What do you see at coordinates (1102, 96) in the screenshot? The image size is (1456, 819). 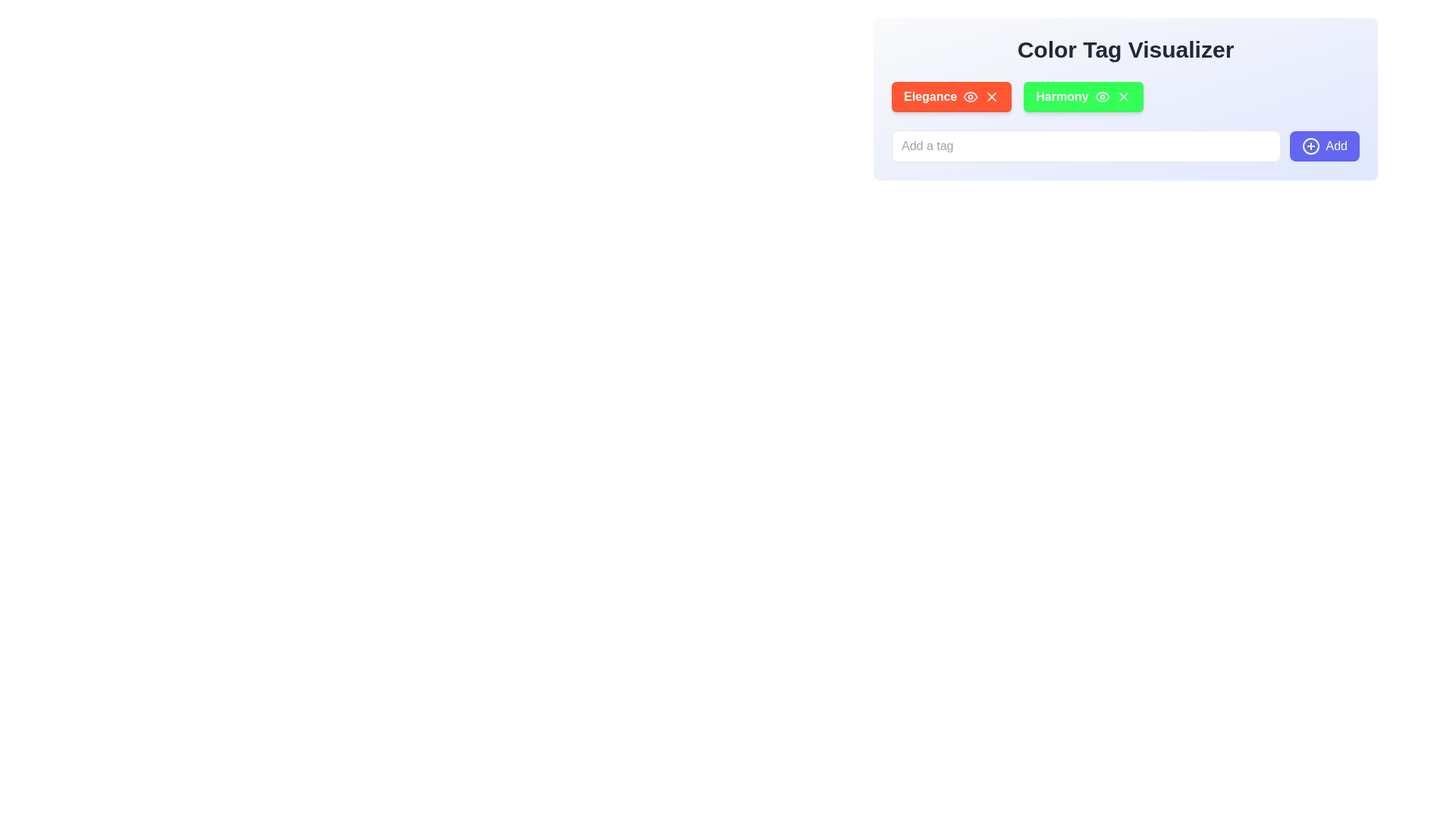 I see `the eye icon symbol, which is part of the 'Harmony' green tag in the 'Color Tag Visualizer' panel, located in the upper right of the interface` at bounding box center [1102, 96].